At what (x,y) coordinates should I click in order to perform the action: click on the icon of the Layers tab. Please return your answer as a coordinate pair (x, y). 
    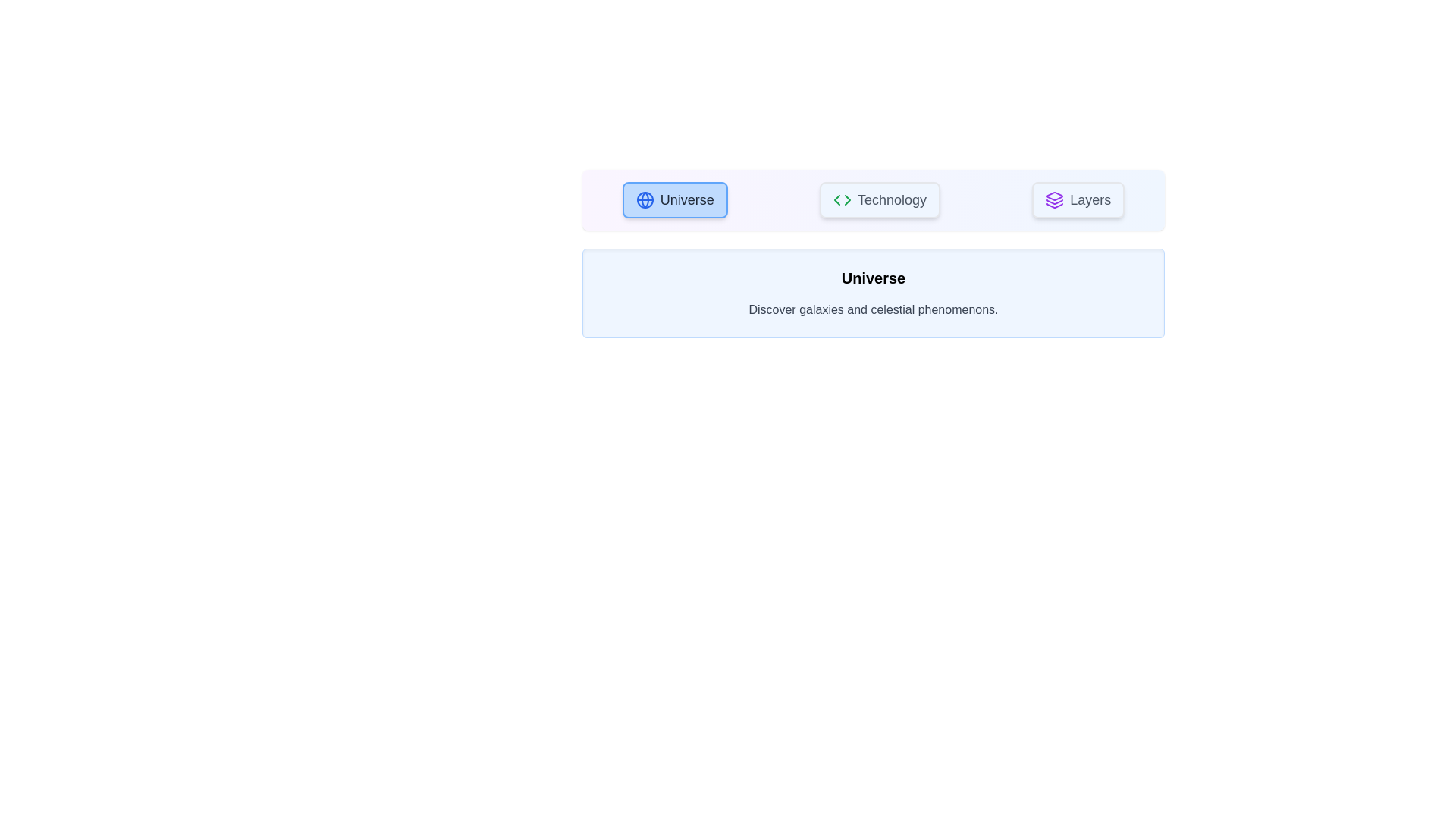
    Looking at the image, I should click on (1054, 199).